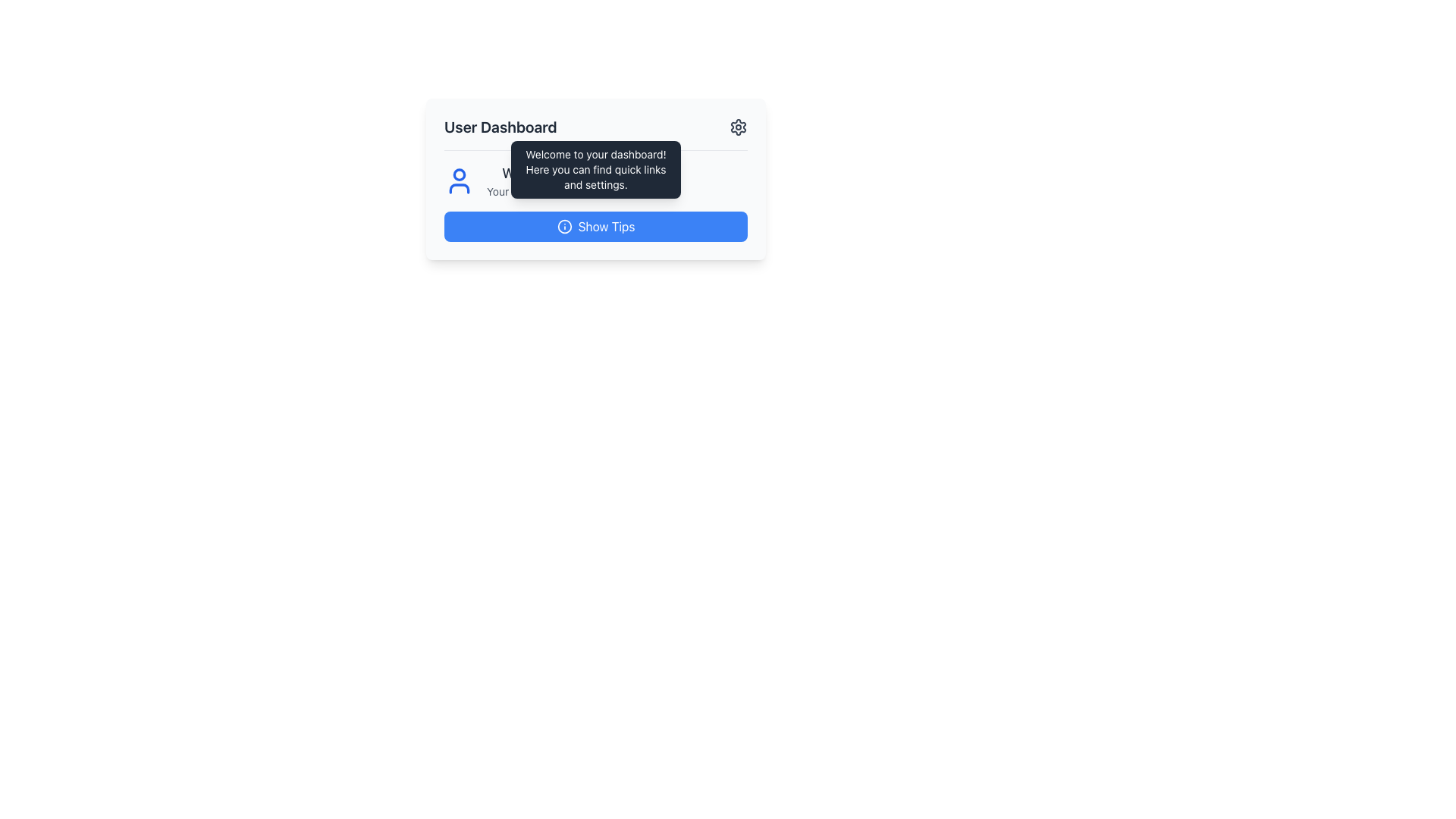  I want to click on the tooltip notification box that displays 'Welcome to your dashboard! Here you can find quick links and settings.', so click(595, 169).